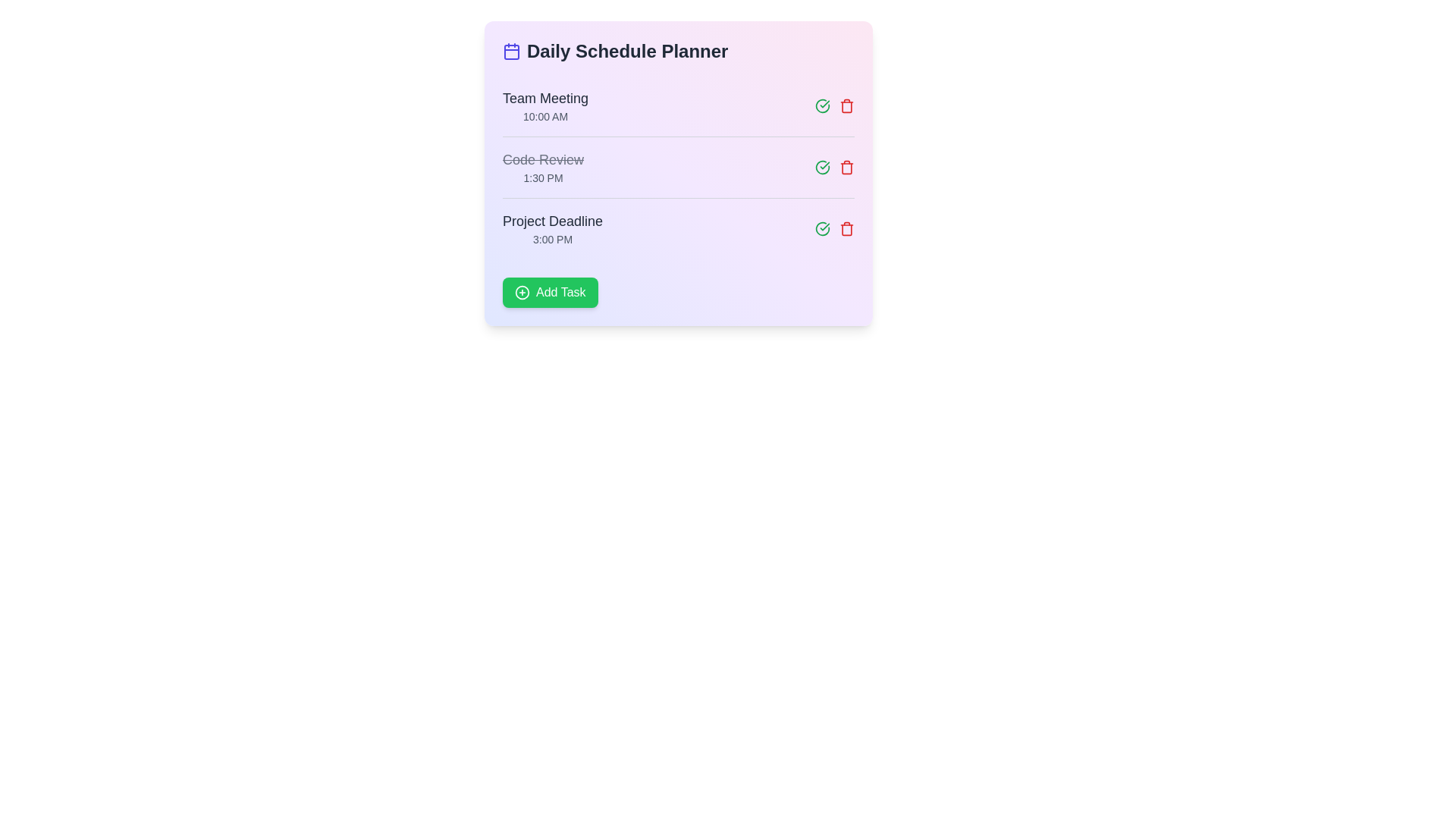 The width and height of the screenshot is (1456, 819). I want to click on the 'complete' button for the task identified by Project Deadline, so click(821, 228).